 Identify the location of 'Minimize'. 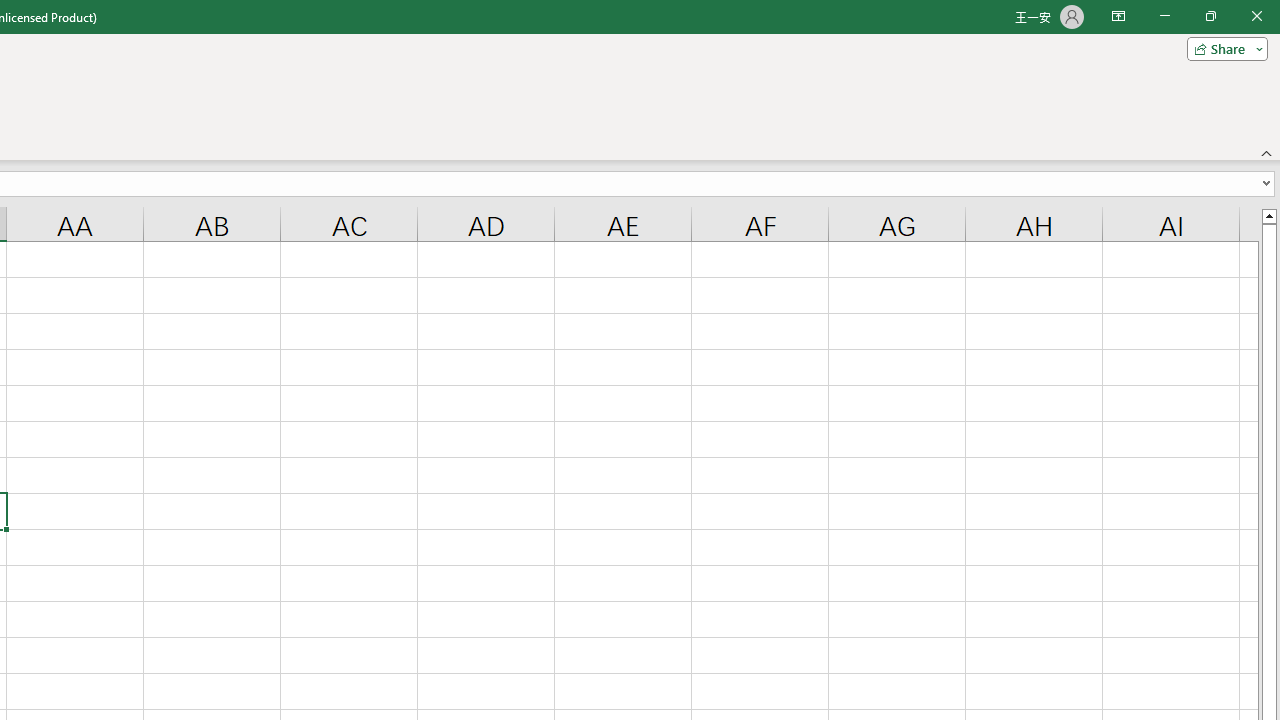
(1164, 16).